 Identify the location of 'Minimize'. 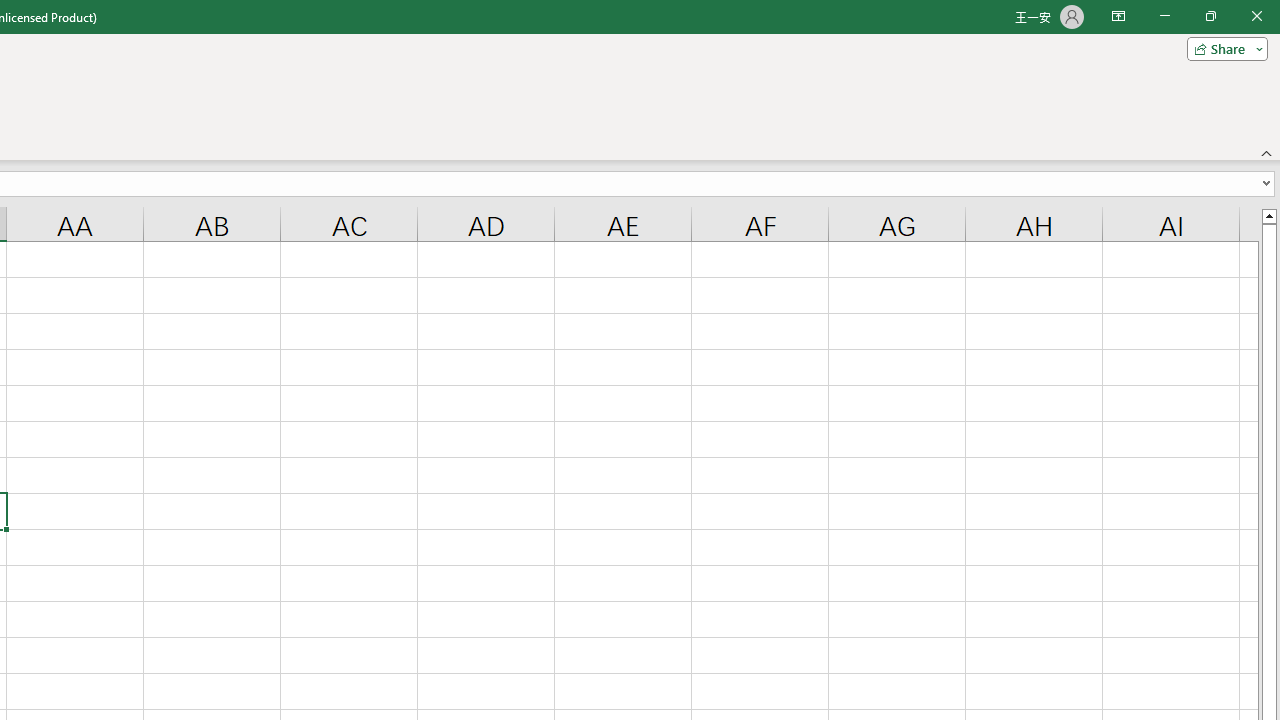
(1164, 16).